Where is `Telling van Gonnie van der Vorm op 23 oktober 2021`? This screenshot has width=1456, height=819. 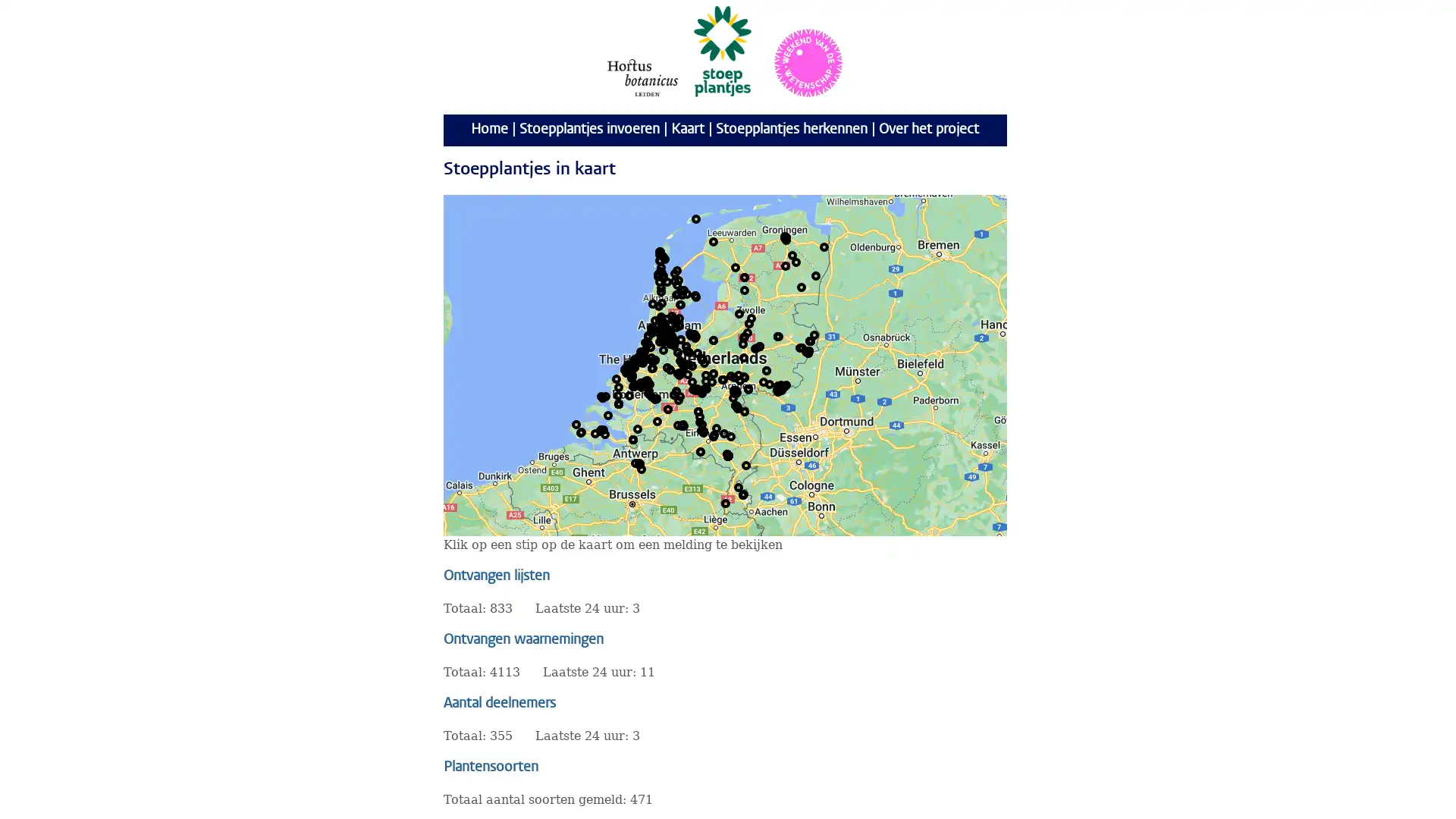
Telling van Gonnie van der Vorm op 23 oktober 2021 is located at coordinates (659, 253).